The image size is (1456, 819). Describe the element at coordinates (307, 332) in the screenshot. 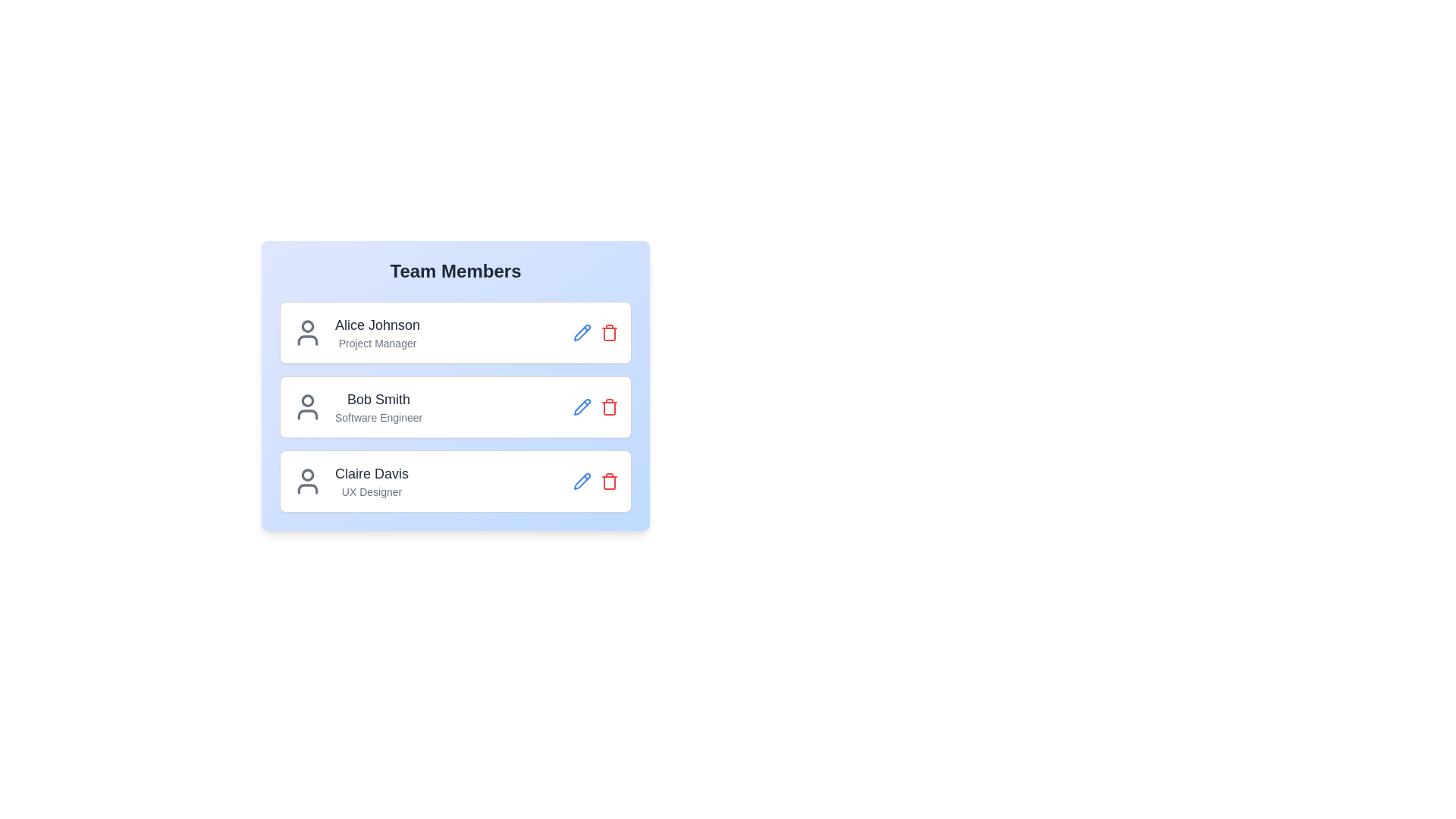

I see `the user icon for the team member Alice Johnson` at that location.